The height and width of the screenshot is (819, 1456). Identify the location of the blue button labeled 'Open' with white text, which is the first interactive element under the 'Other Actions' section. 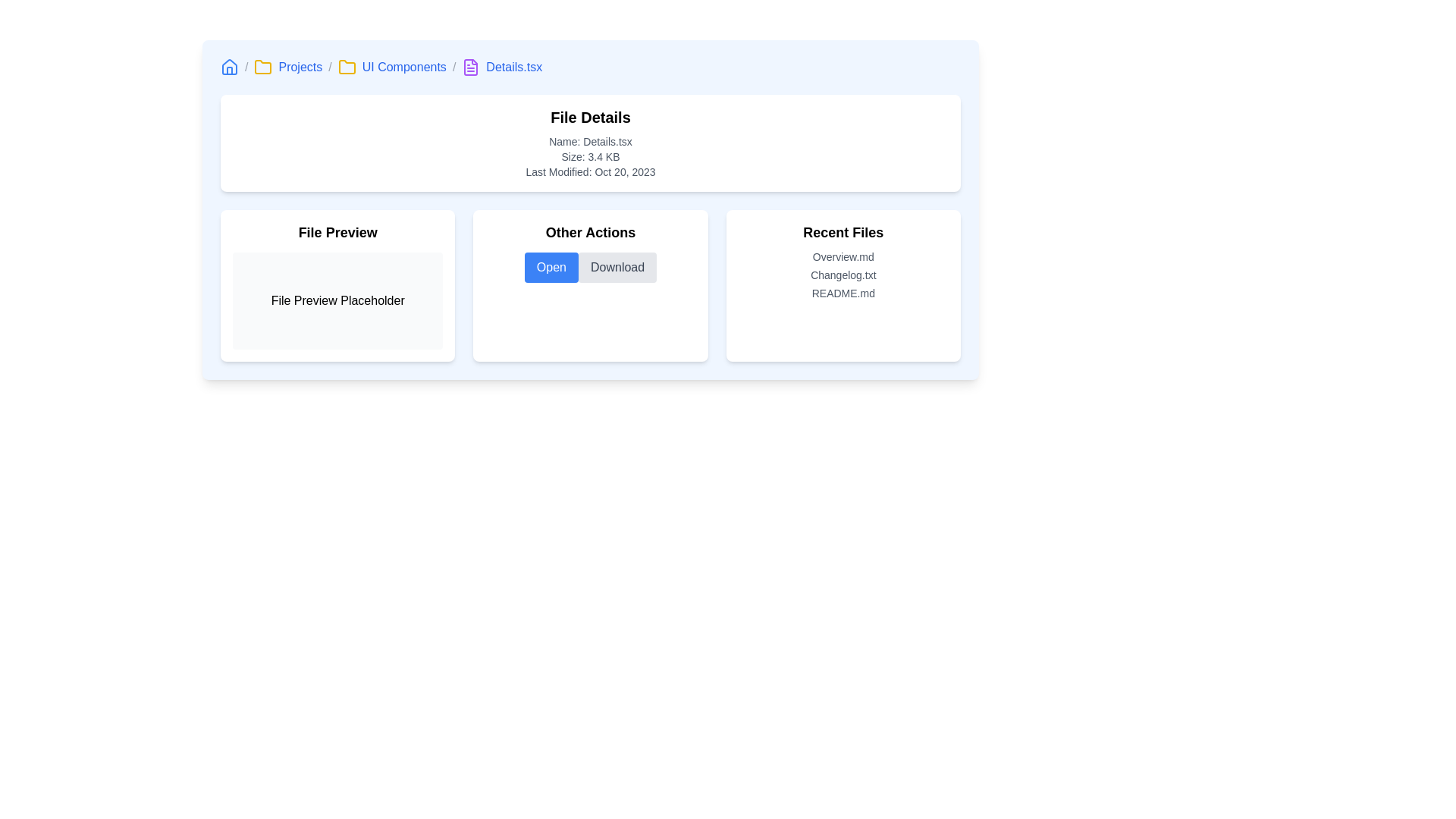
(550, 267).